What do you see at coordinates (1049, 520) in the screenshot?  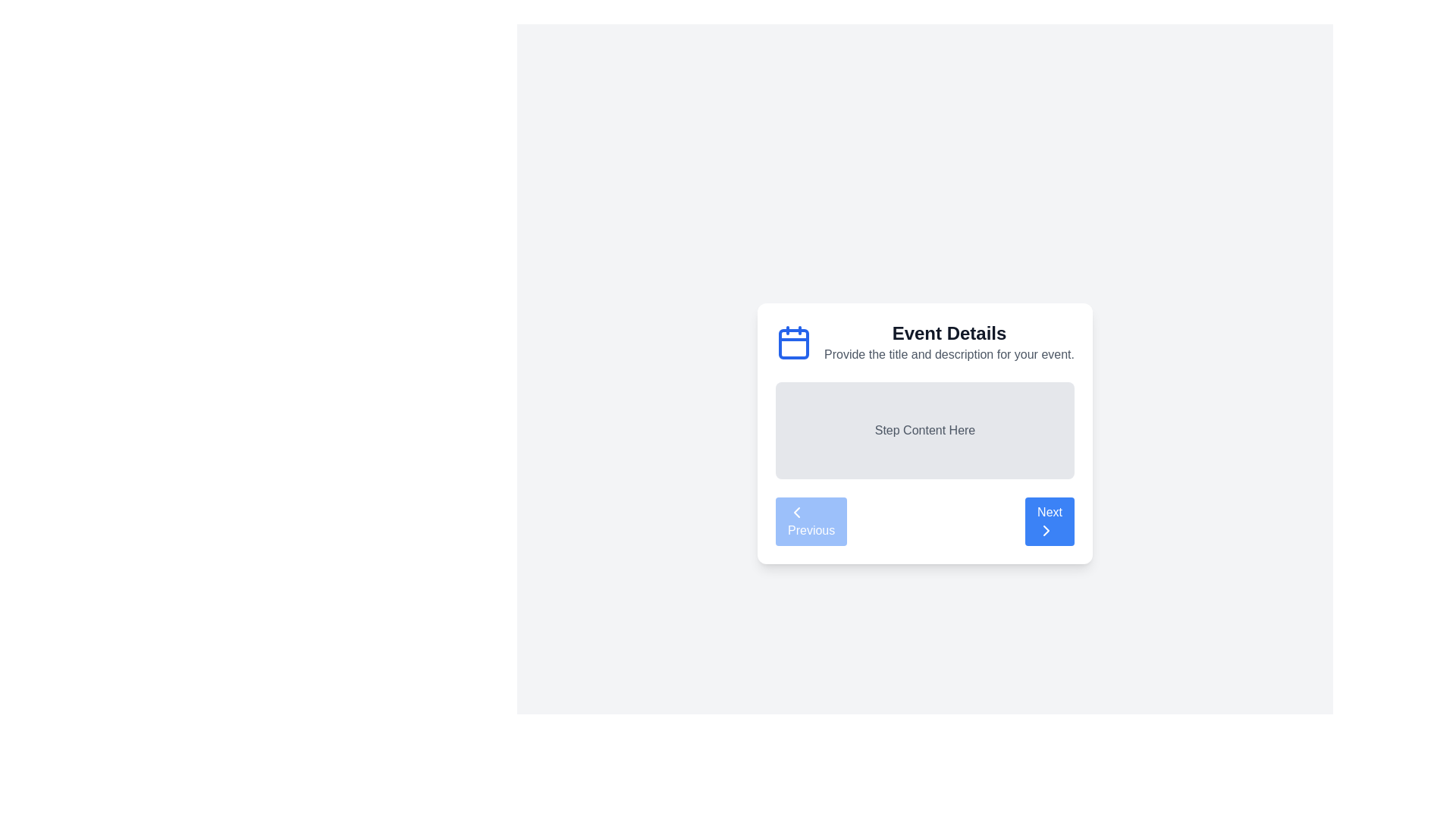 I see `the 'Next' button, which is a rectangular button with a blue background and white text` at bounding box center [1049, 520].